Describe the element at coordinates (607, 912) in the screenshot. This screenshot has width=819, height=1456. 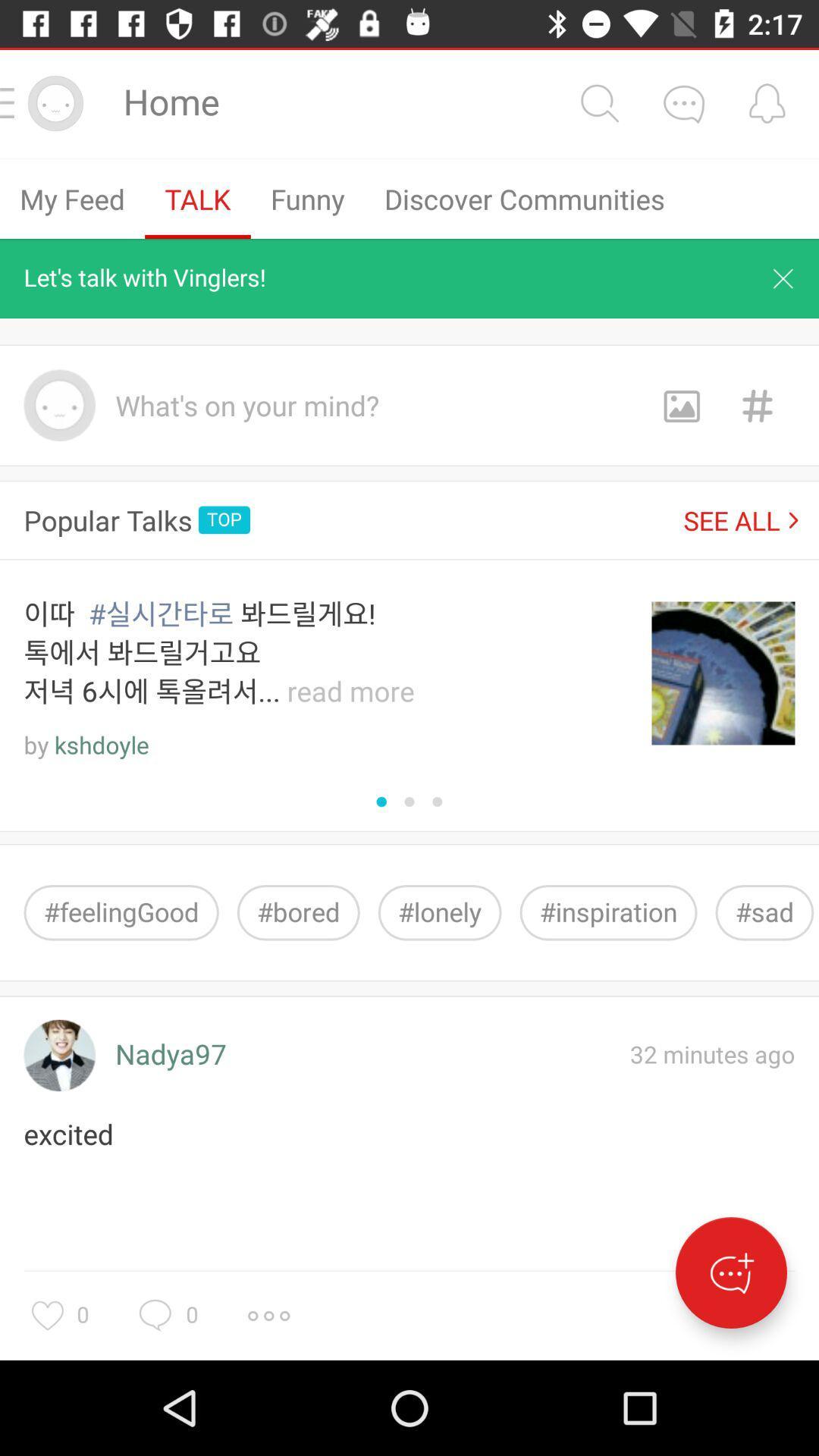
I see `item to the right of the #lonely item` at that location.